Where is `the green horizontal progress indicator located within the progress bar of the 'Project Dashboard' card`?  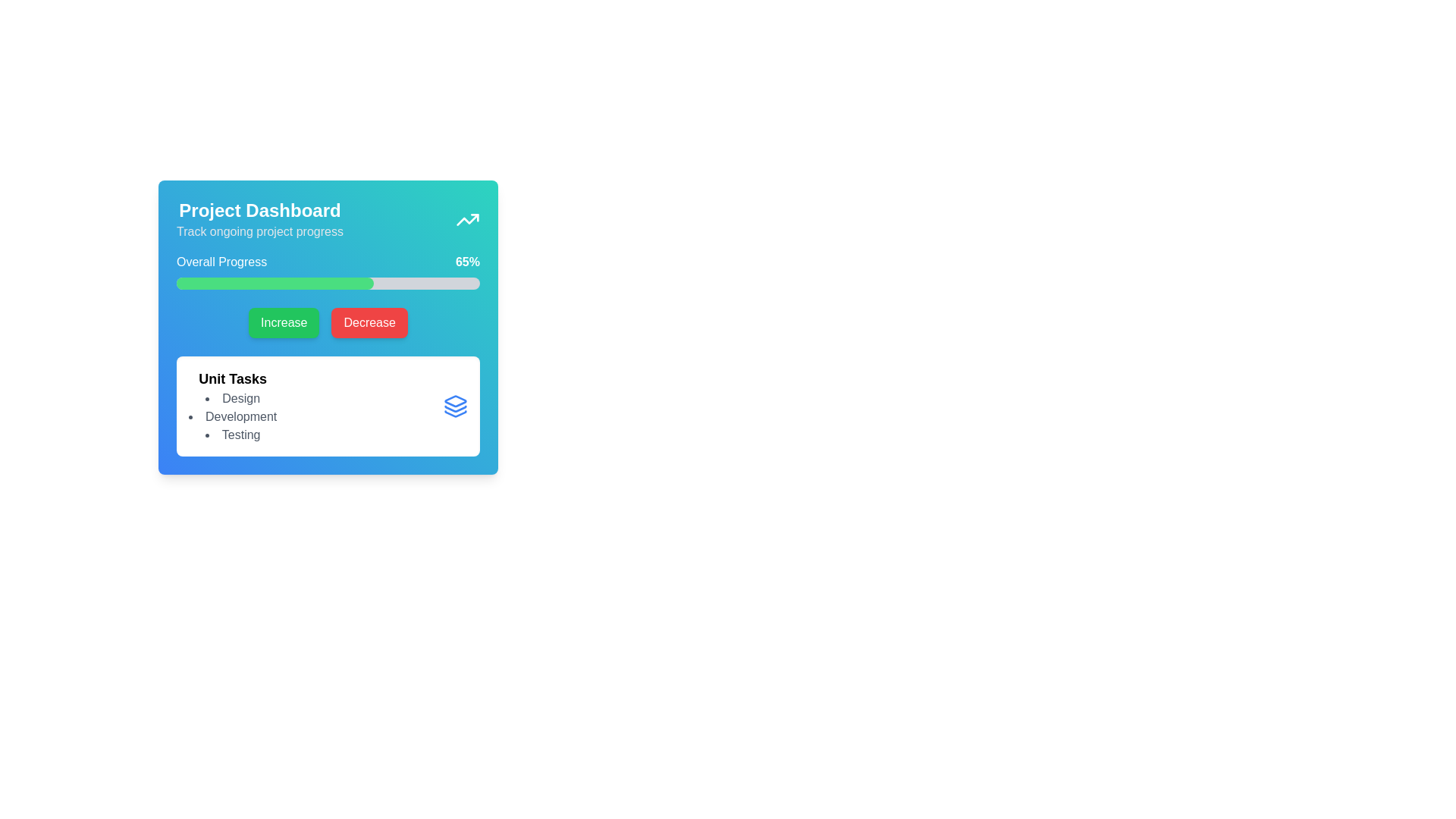 the green horizontal progress indicator located within the progress bar of the 'Project Dashboard' card is located at coordinates (275, 284).